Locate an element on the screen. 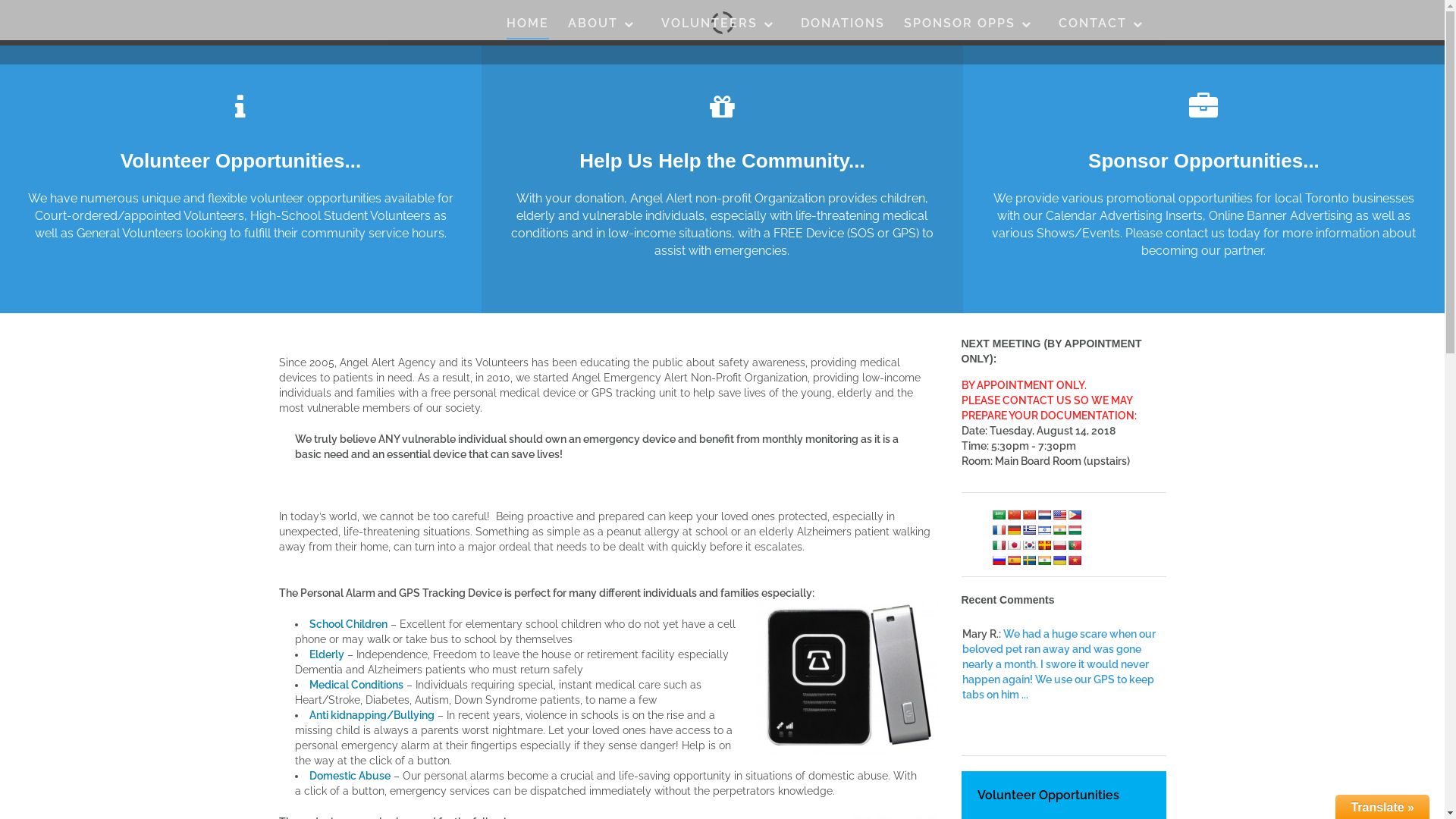 The height and width of the screenshot is (819, 1456). 'Arabic' is located at coordinates (998, 513).